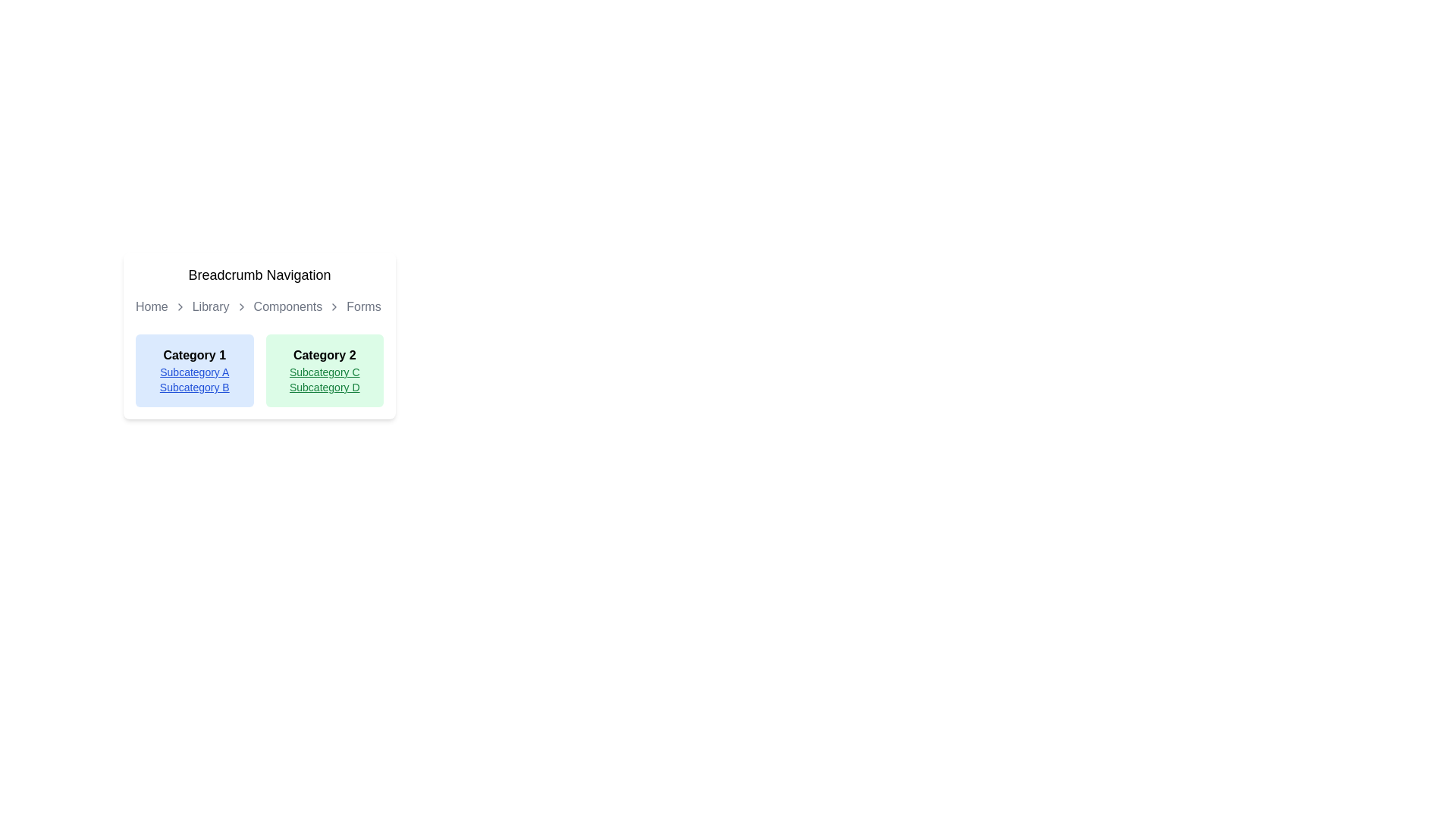 This screenshot has height=819, width=1456. Describe the element at coordinates (324, 356) in the screenshot. I see `the static text element displaying 'Category 2' in bold at the top of its green card` at that location.